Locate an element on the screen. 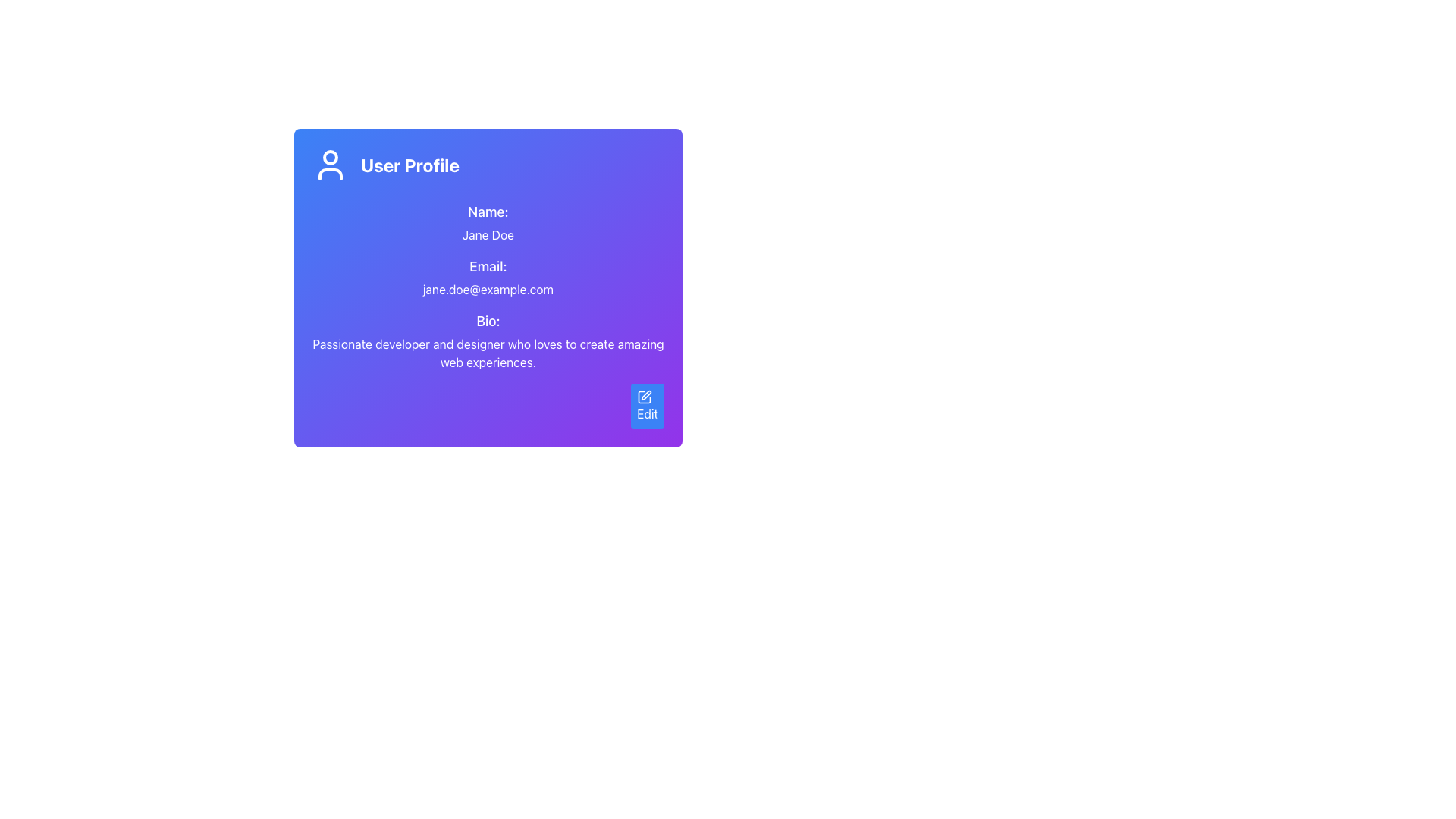  the static text displaying the user's email address, located below the 'Email:' label in the user profile card is located at coordinates (488, 289).